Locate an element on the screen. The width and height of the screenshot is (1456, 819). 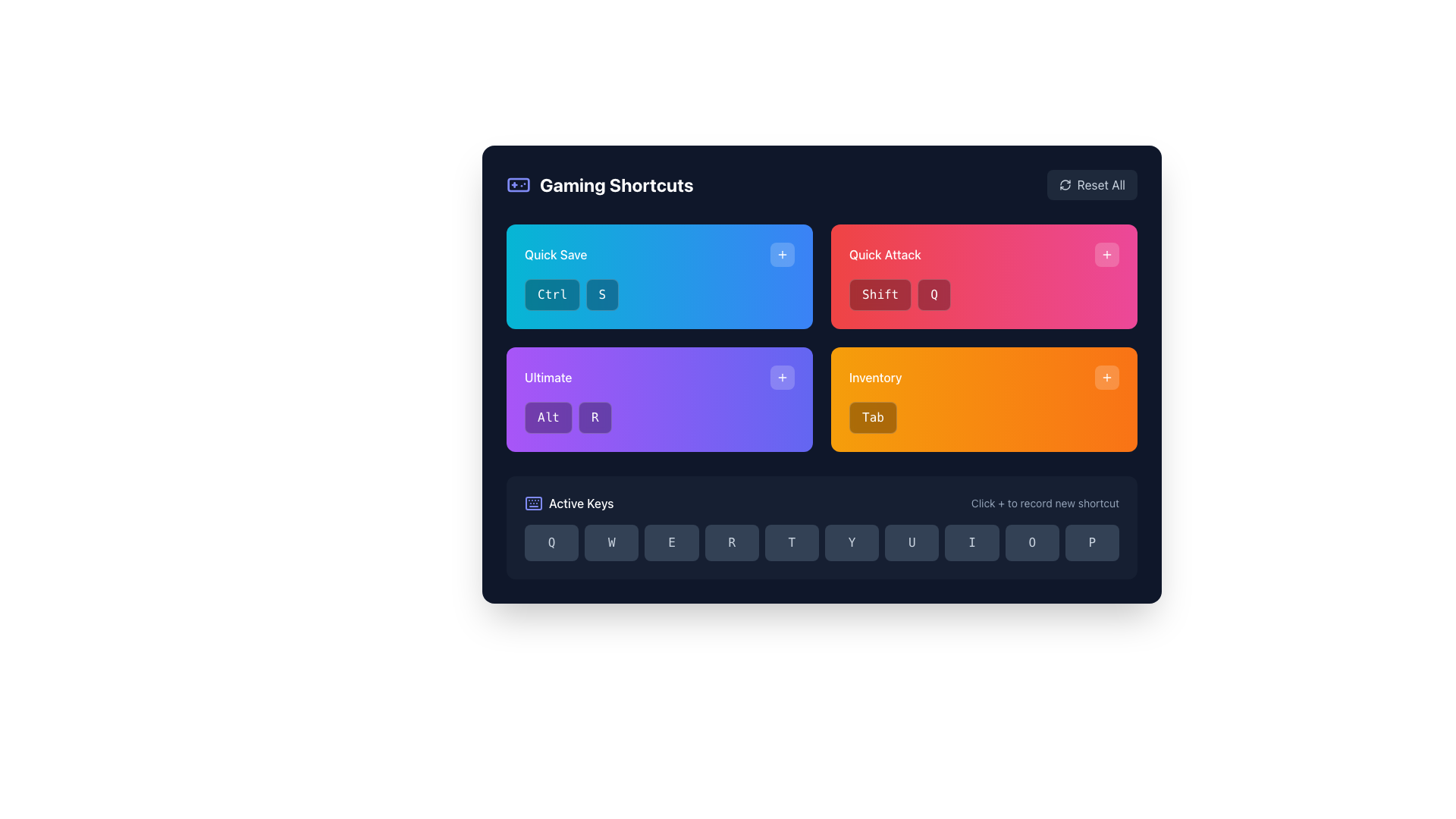
bold, white-colored text displaying 'Gaming Shortcuts' located near the top-left corner of the interface, right of a game controller icon is located at coordinates (617, 184).